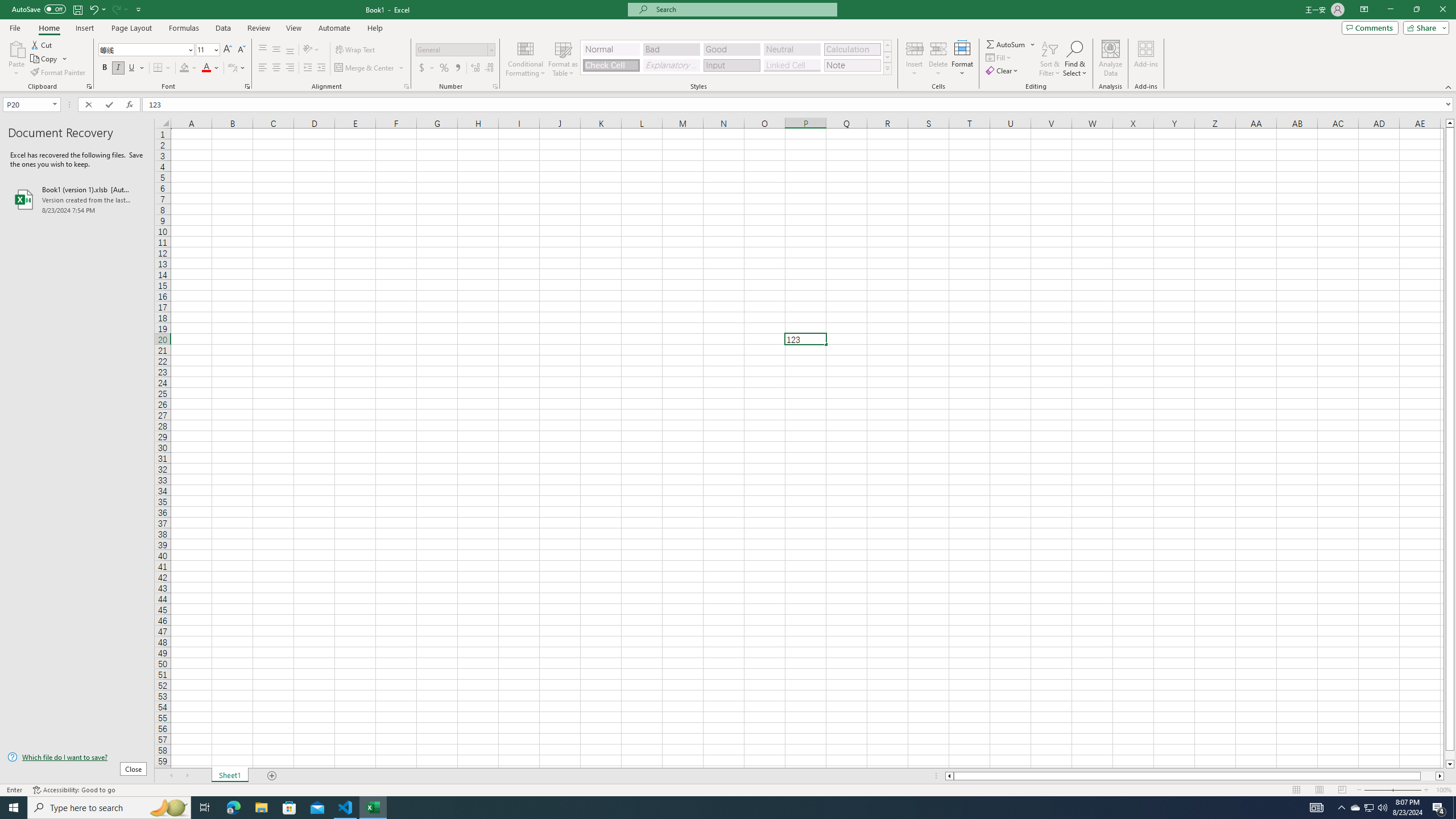 The width and height of the screenshot is (1456, 819). I want to click on 'Fill Color RGB(255, 255, 0)', so click(183, 67).